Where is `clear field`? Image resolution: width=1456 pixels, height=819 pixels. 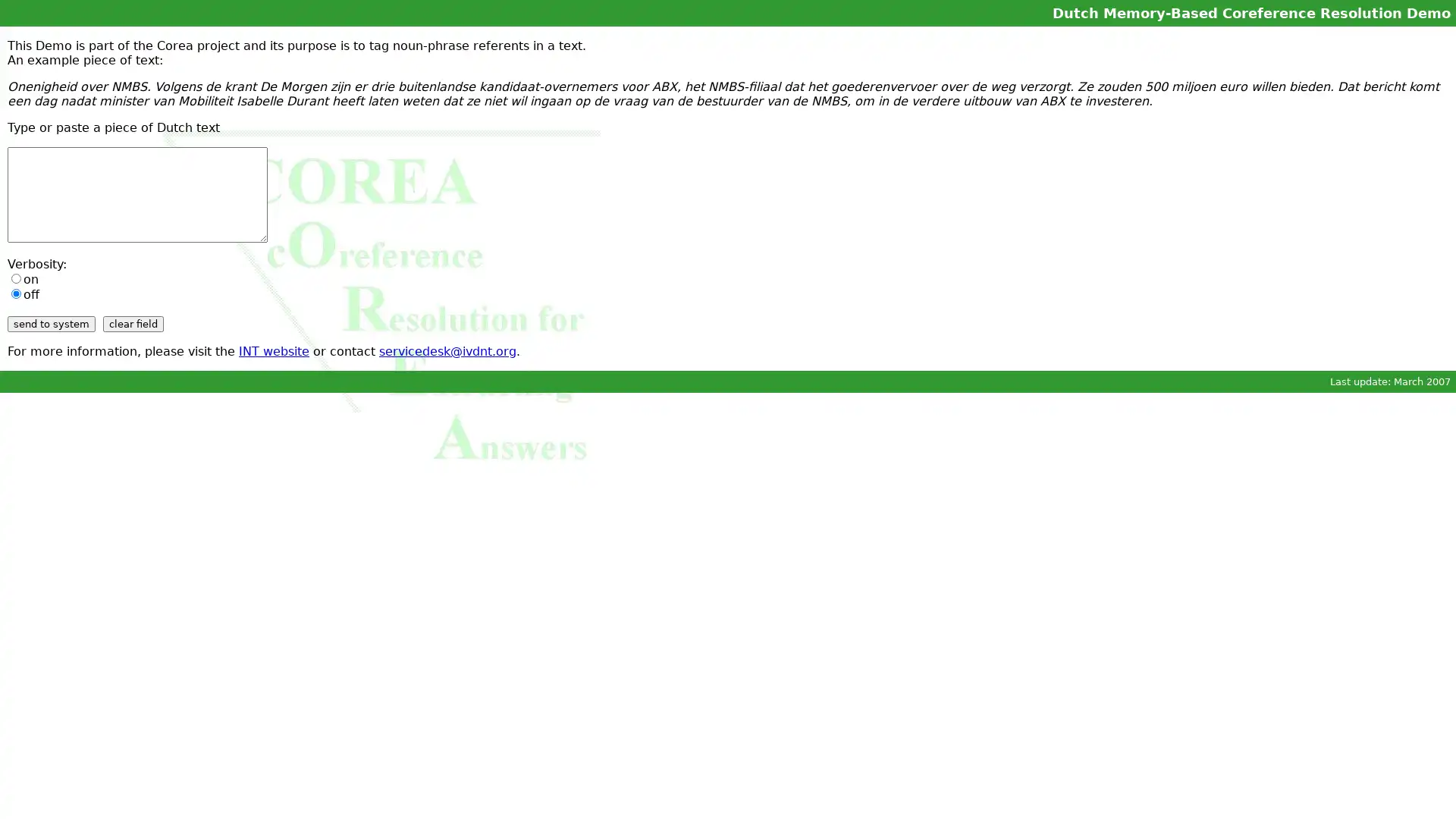 clear field is located at coordinates (133, 323).